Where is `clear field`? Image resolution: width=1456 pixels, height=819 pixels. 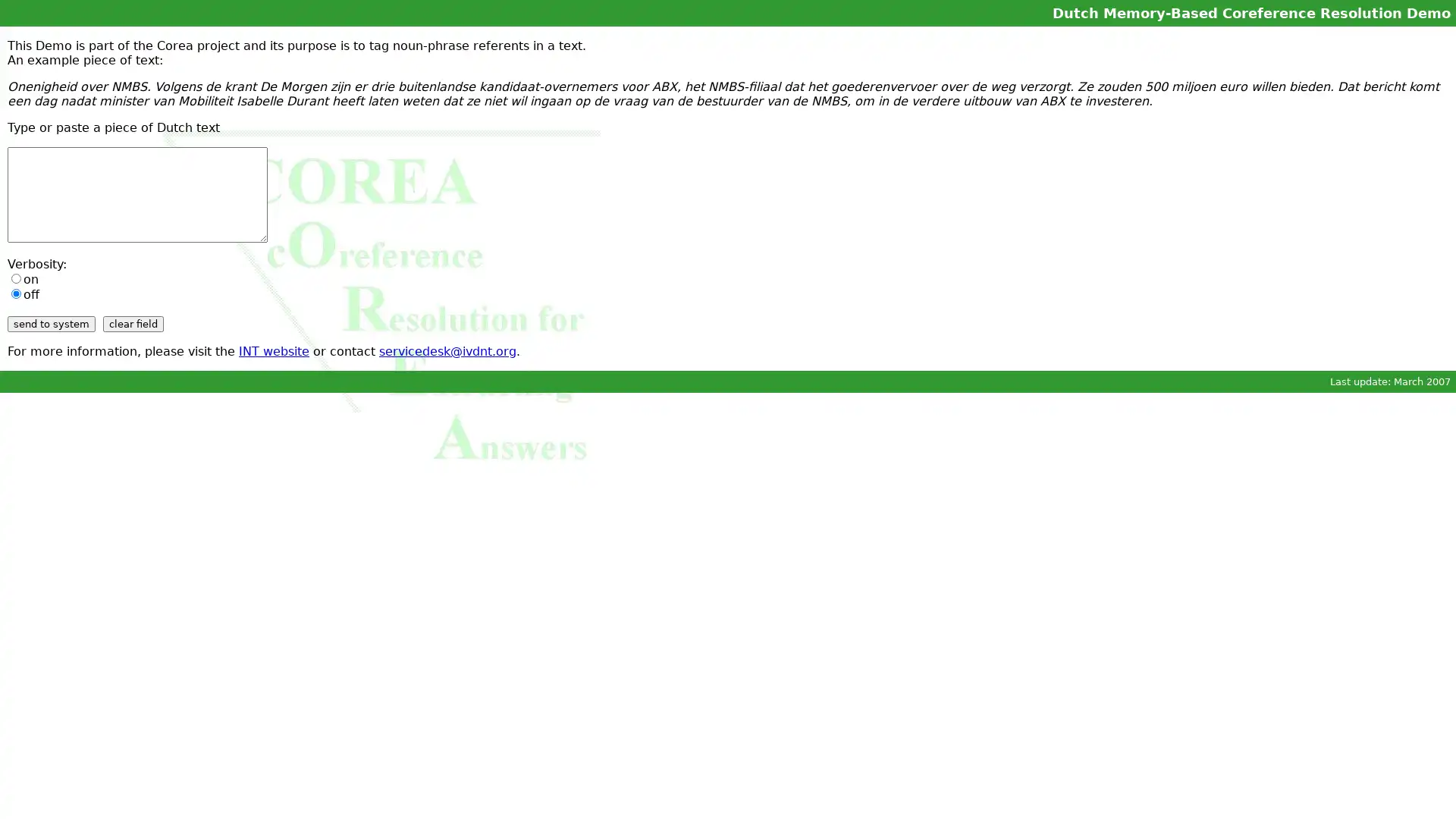 clear field is located at coordinates (133, 323).